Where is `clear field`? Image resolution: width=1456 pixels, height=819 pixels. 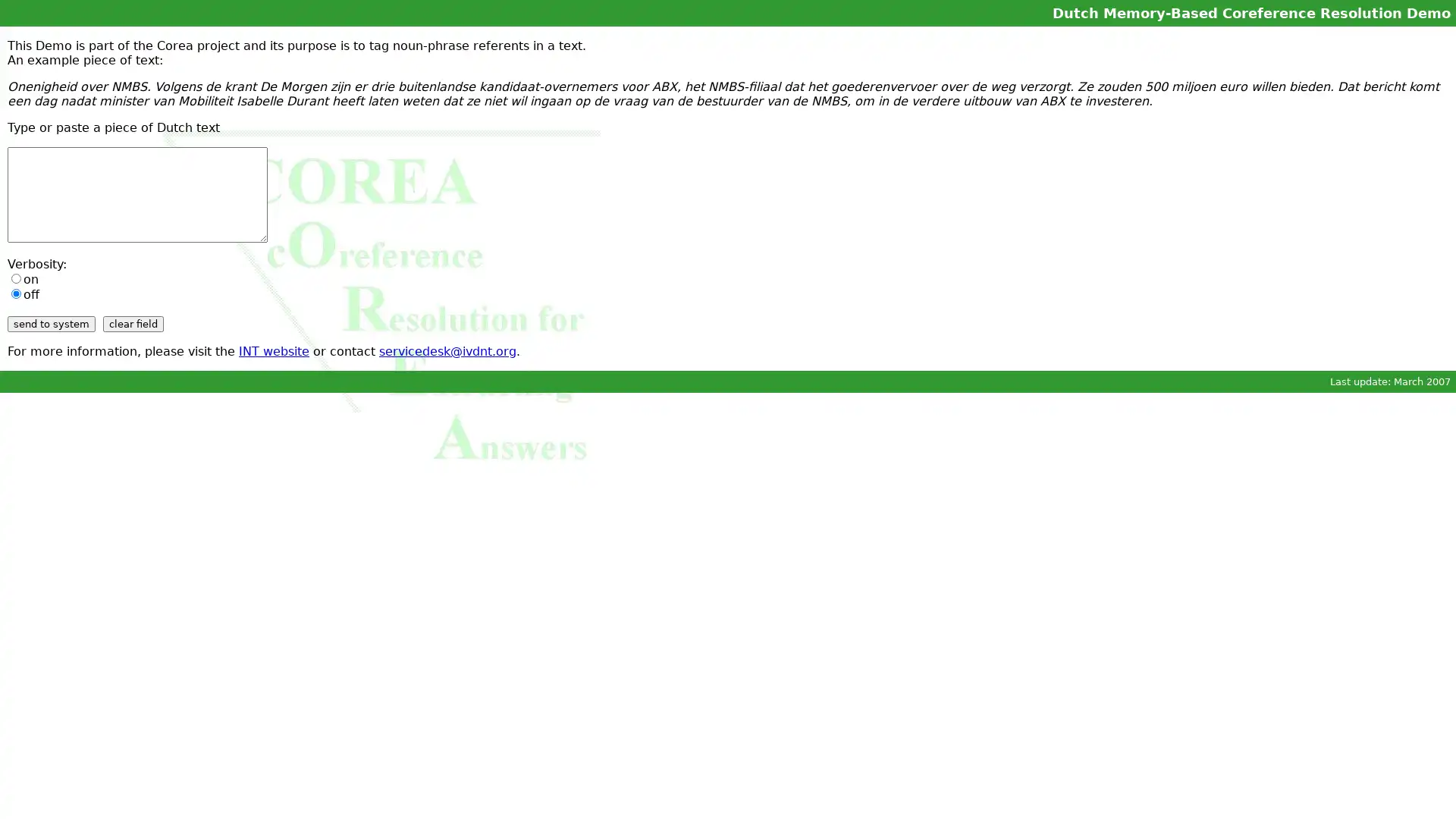 clear field is located at coordinates (133, 323).